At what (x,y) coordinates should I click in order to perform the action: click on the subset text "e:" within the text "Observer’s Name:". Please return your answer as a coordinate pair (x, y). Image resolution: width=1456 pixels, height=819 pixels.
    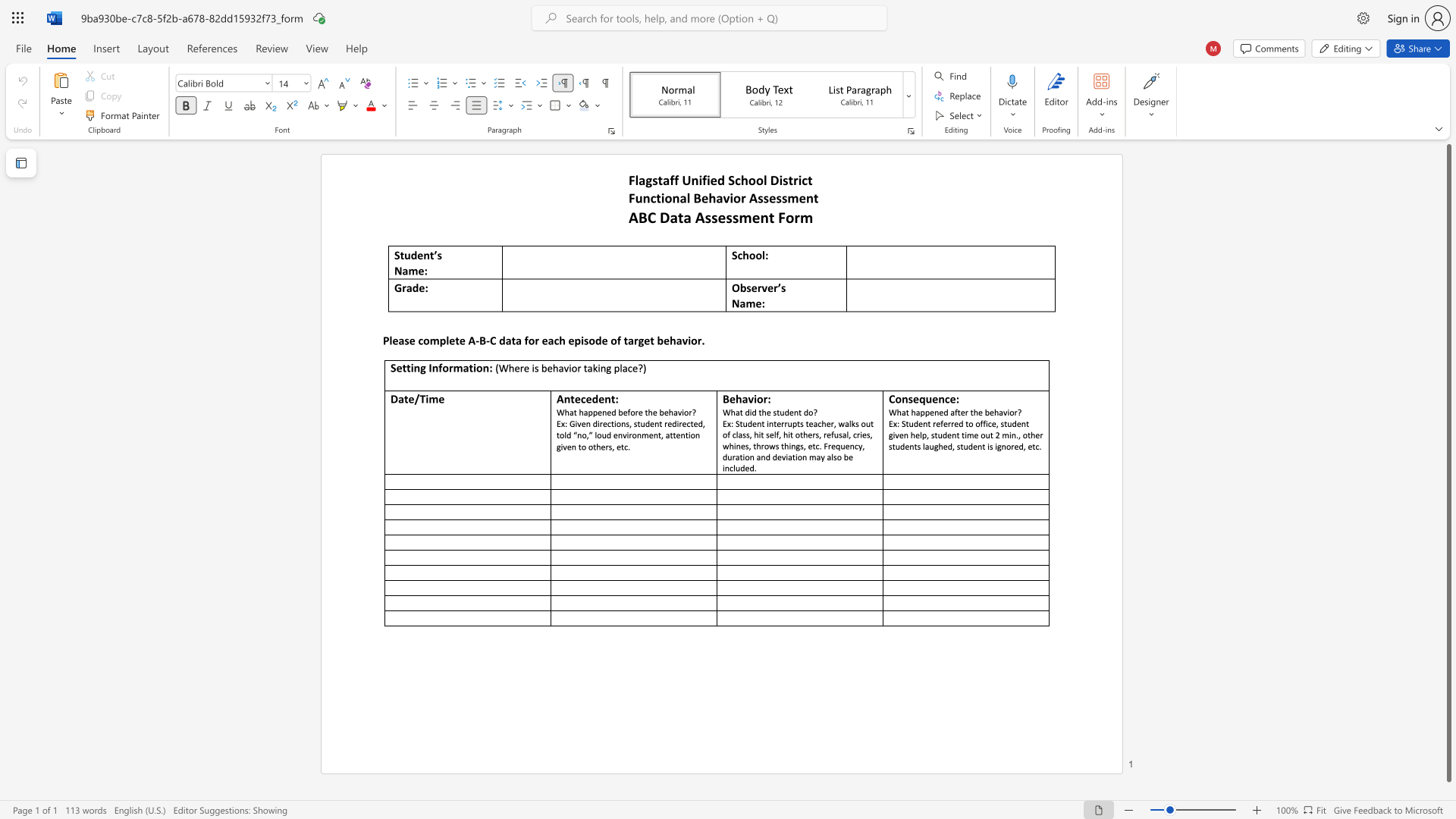
    Looking at the image, I should click on (755, 303).